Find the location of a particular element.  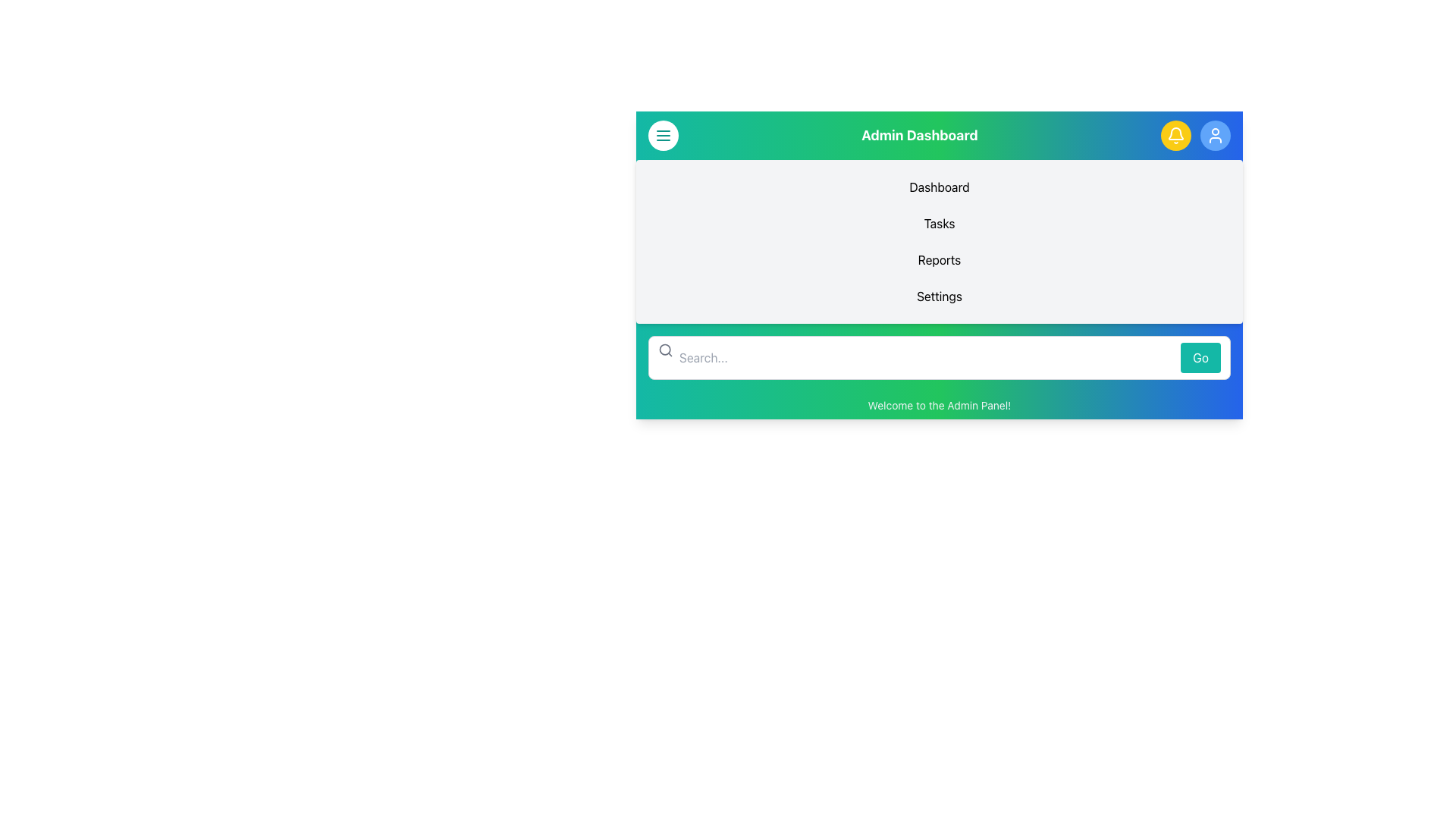

the 'Dashboard' link in the vertical navigation menu is located at coordinates (938, 186).